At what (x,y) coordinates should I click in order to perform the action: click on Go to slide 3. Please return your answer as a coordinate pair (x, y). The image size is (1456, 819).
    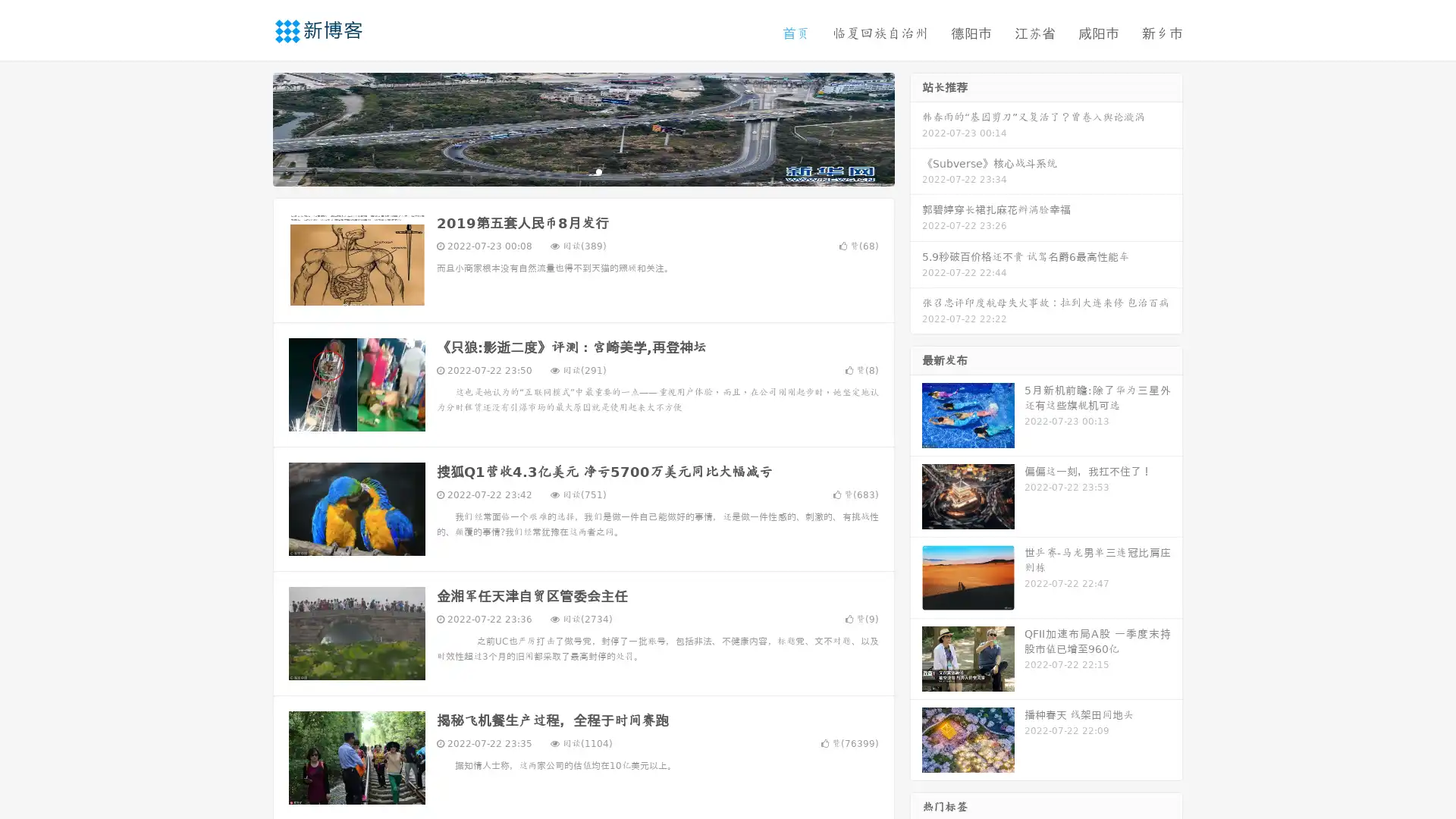
    Looking at the image, I should click on (598, 171).